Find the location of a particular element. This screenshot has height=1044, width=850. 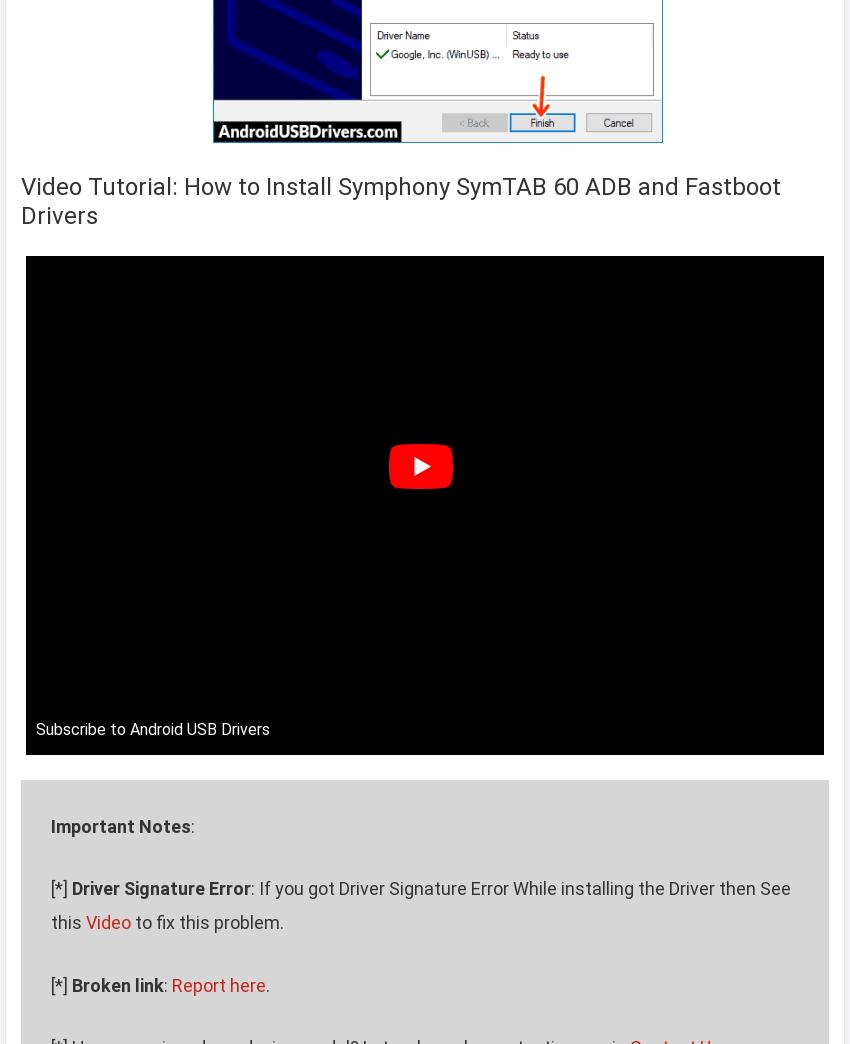

'Video Tutorial: How to Install Symphony SymTAB 60 ADB and Fastboot Drivers' is located at coordinates (401, 201).